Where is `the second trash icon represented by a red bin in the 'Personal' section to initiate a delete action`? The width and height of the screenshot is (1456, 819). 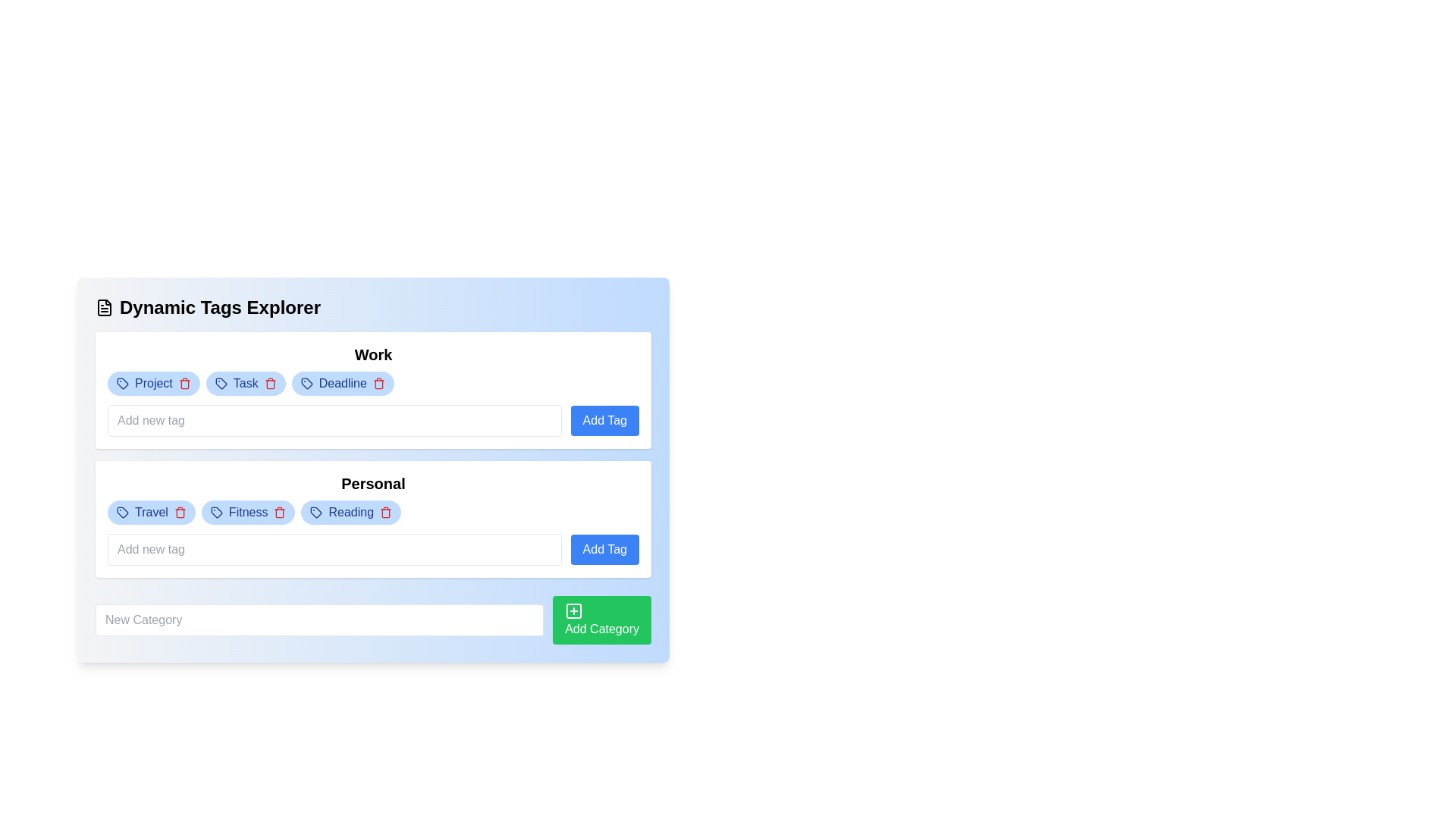
the second trash icon represented by a red bin in the 'Personal' section to initiate a delete action is located at coordinates (280, 512).